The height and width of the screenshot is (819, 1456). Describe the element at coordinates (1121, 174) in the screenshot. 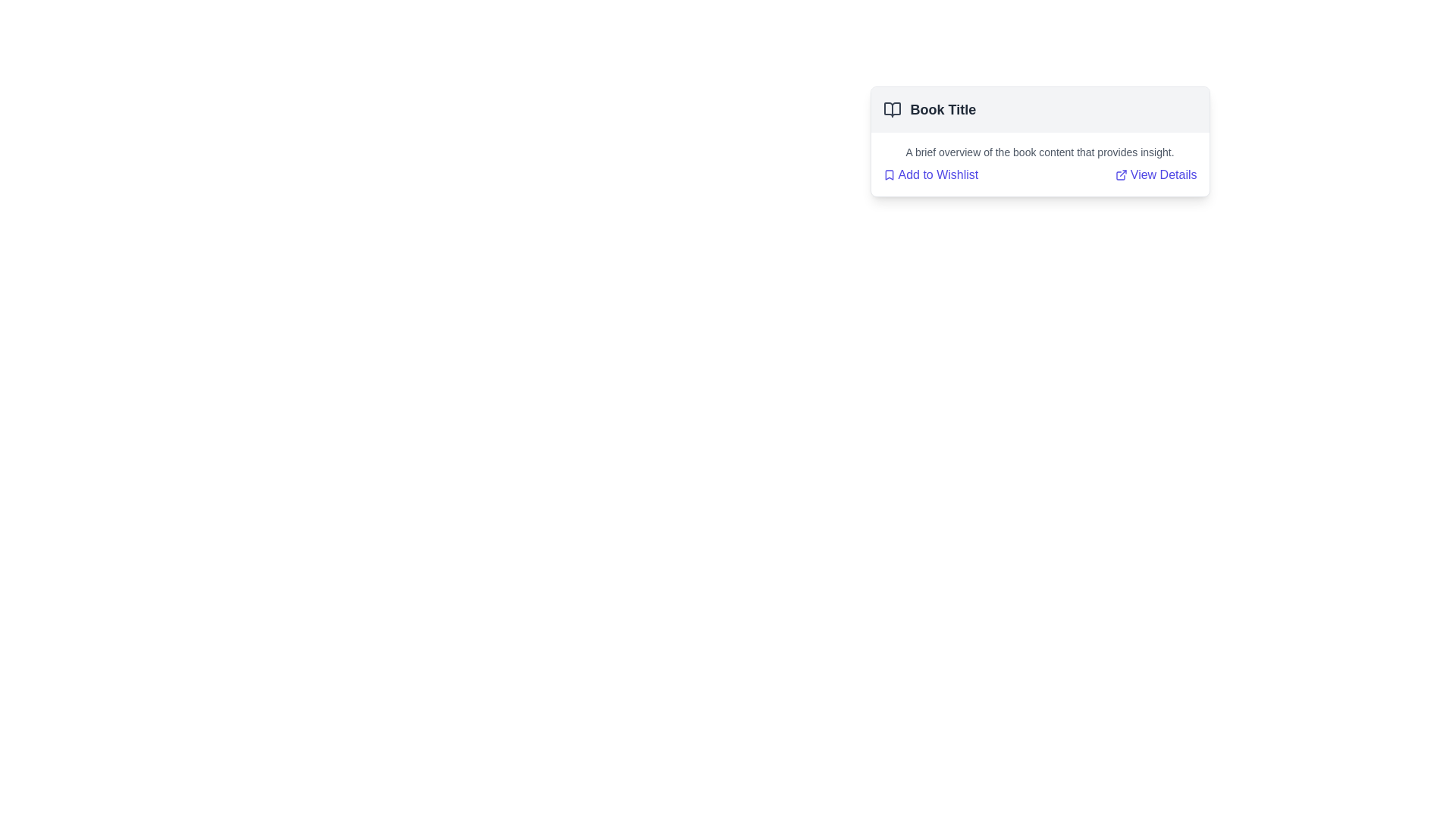

I see `the graphic icon resembling an arrow leaving a square, which is located near the left side of the 'View Details' hyperlink at the bottom-right corner of the card component containing book details` at that location.